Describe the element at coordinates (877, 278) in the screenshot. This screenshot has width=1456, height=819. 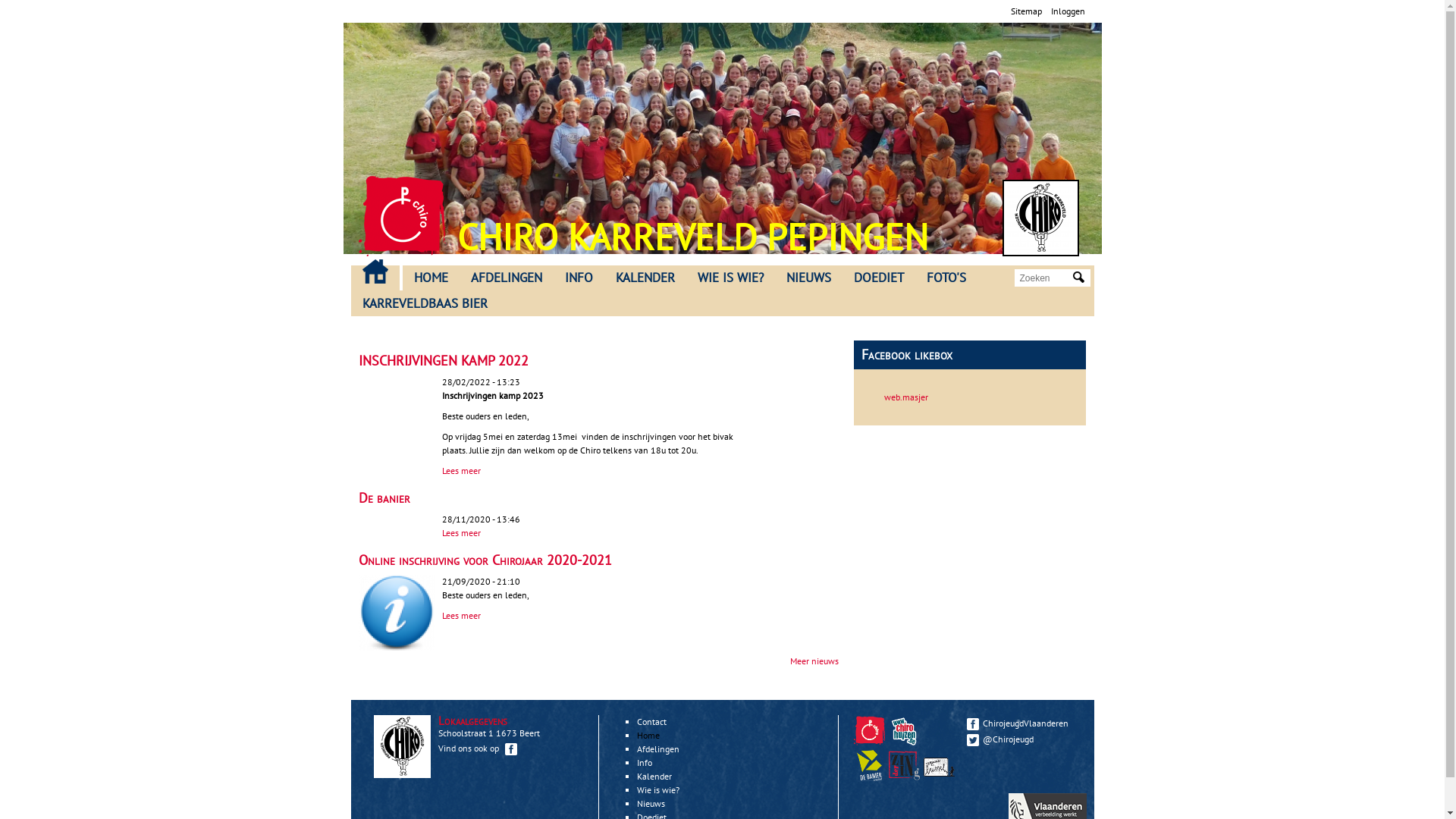
I see `'DOEDIET'` at that location.